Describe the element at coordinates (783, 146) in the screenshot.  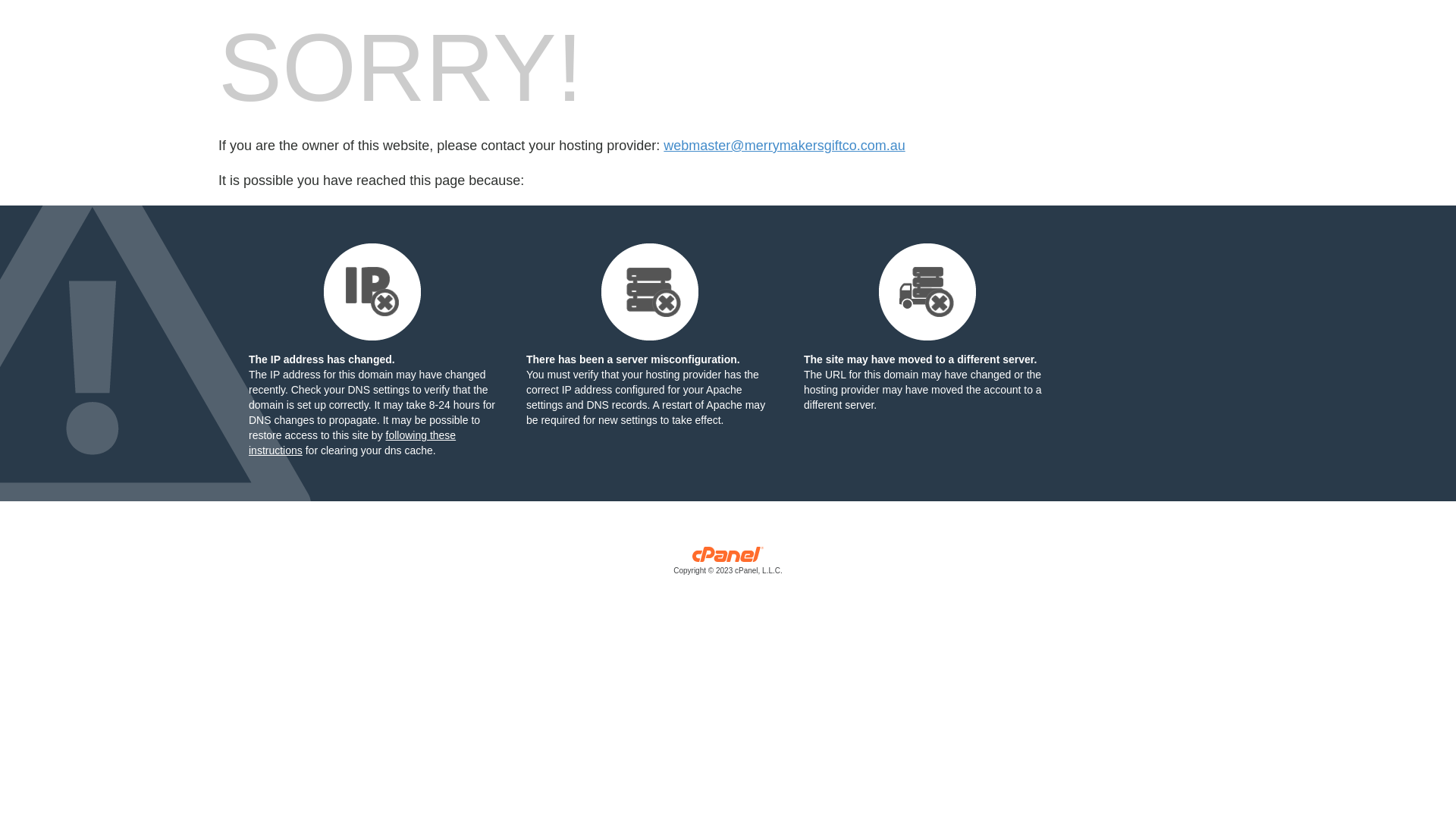
I see `'webmaster@merrymakersgiftco.com.au'` at that location.